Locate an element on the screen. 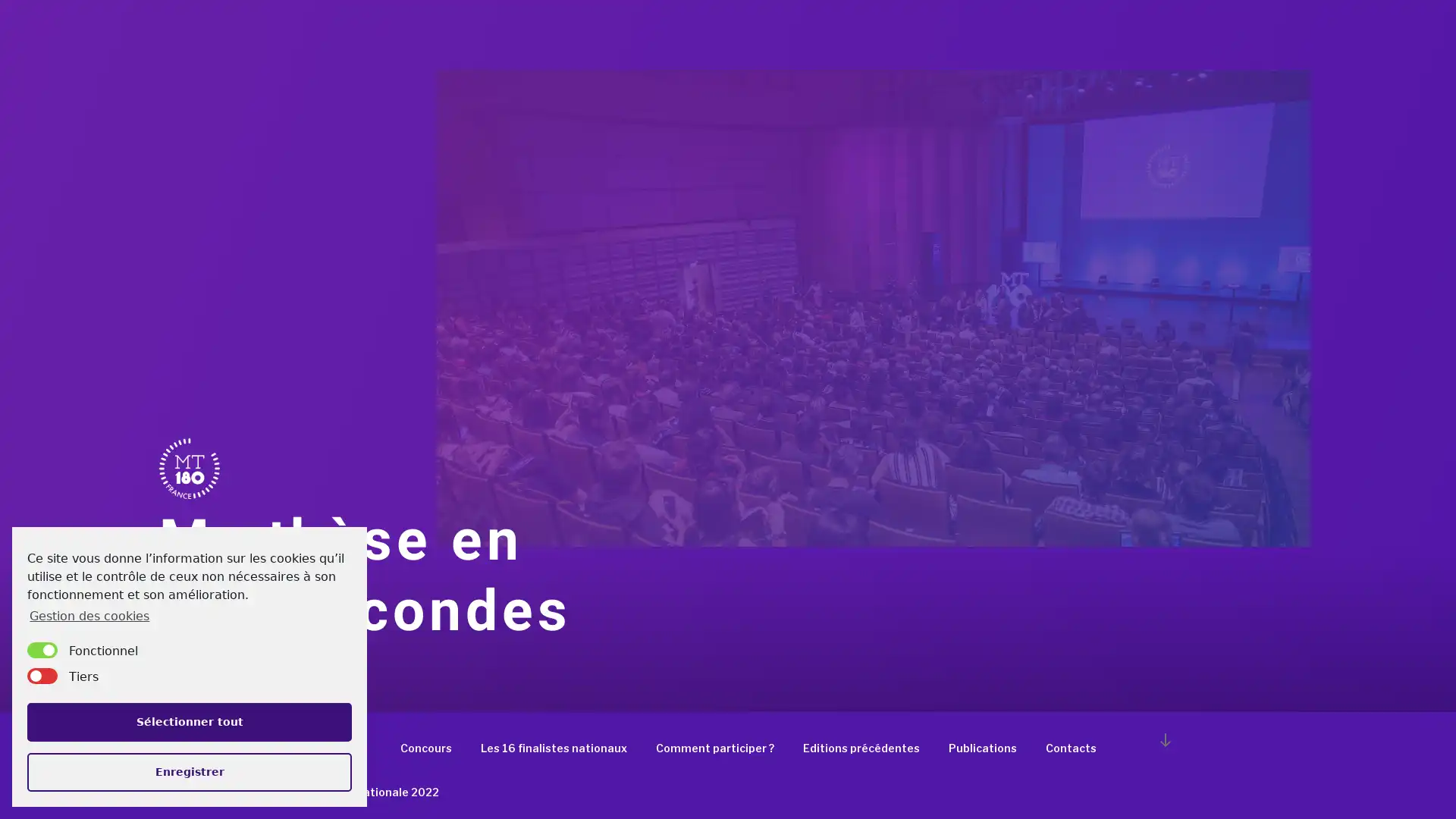  Selectionner tout is located at coordinates (188, 720).